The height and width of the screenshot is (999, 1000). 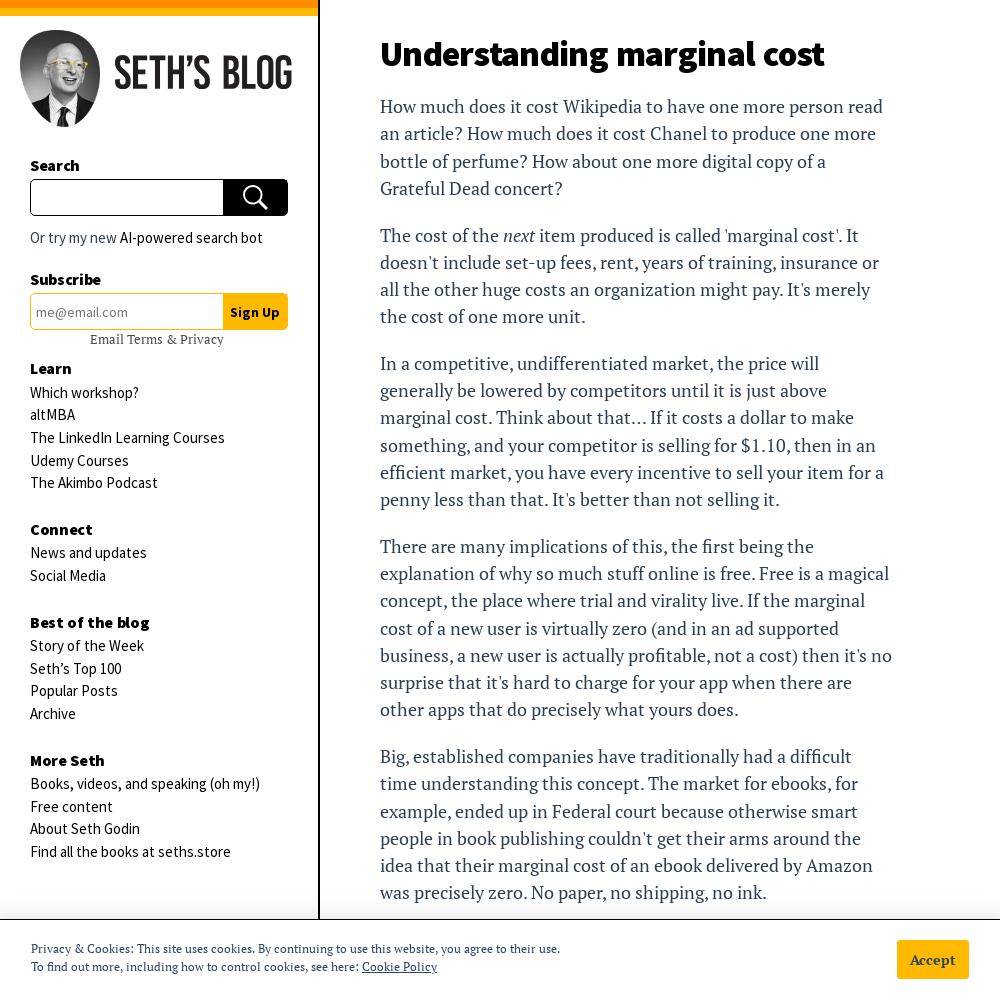 I want to click on 'item produced is called 'marginal cost'. It doesn't include set-up fees, rent, years of training, insurance or all the other huge costs an organization might pay. It's merely the cost of one more unit.', so click(x=380, y=275).